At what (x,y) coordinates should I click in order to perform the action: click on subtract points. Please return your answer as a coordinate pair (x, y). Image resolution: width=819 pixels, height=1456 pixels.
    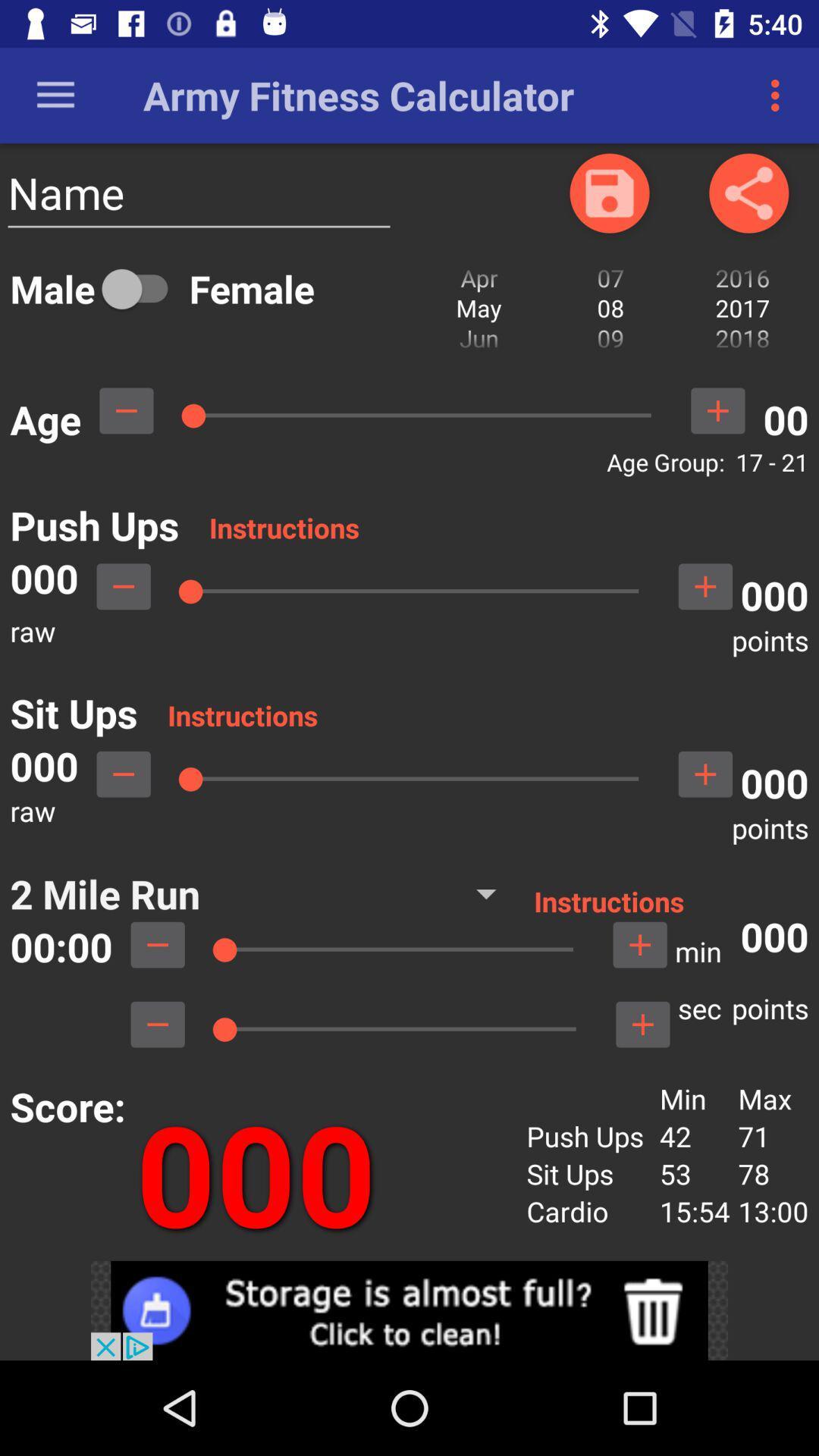
    Looking at the image, I should click on (158, 1025).